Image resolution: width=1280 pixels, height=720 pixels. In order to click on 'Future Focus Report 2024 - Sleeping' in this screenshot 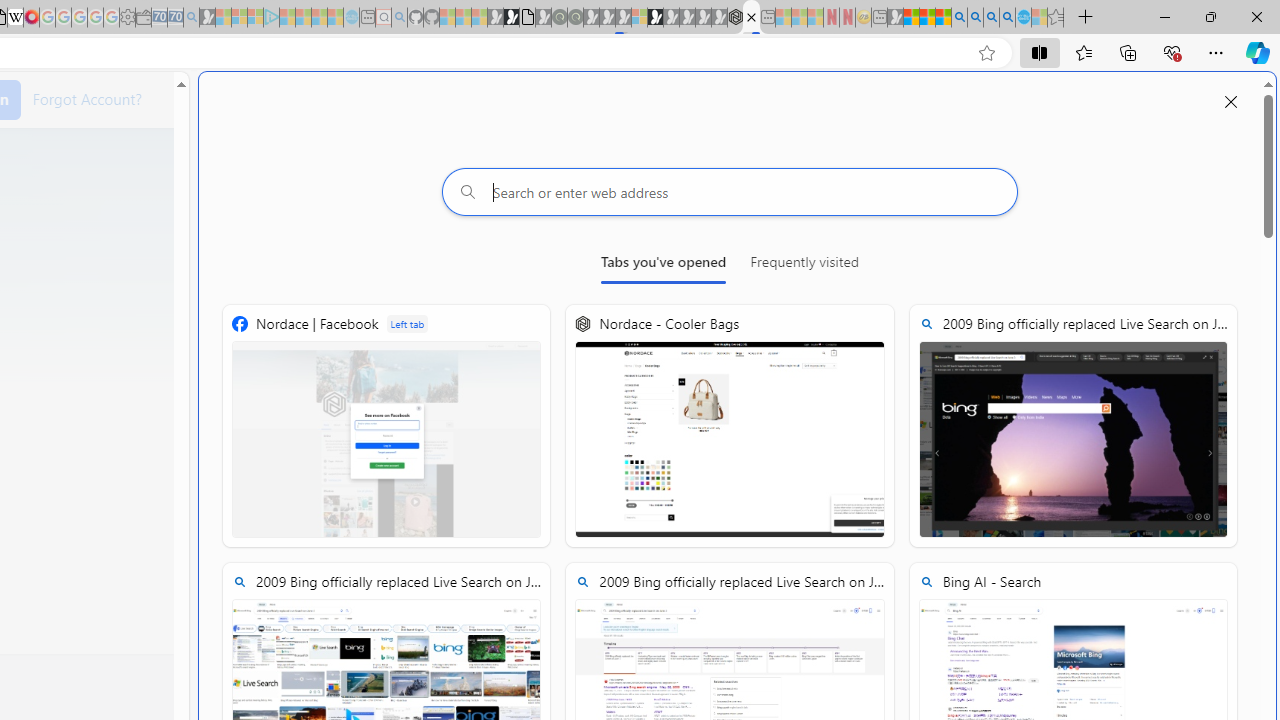, I will do `click(574, 17)`.